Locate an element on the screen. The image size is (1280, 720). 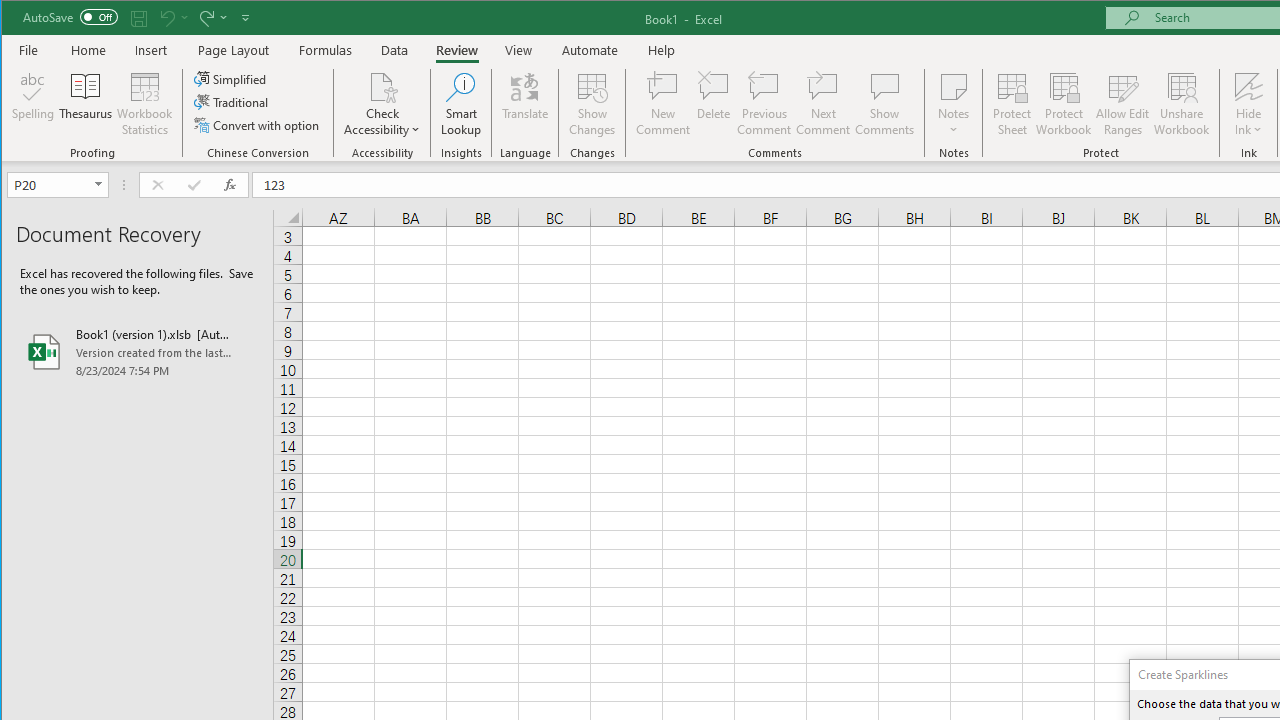
'Book1 (version 1).xlsb  [AutoRecovered]' is located at coordinates (136, 351).